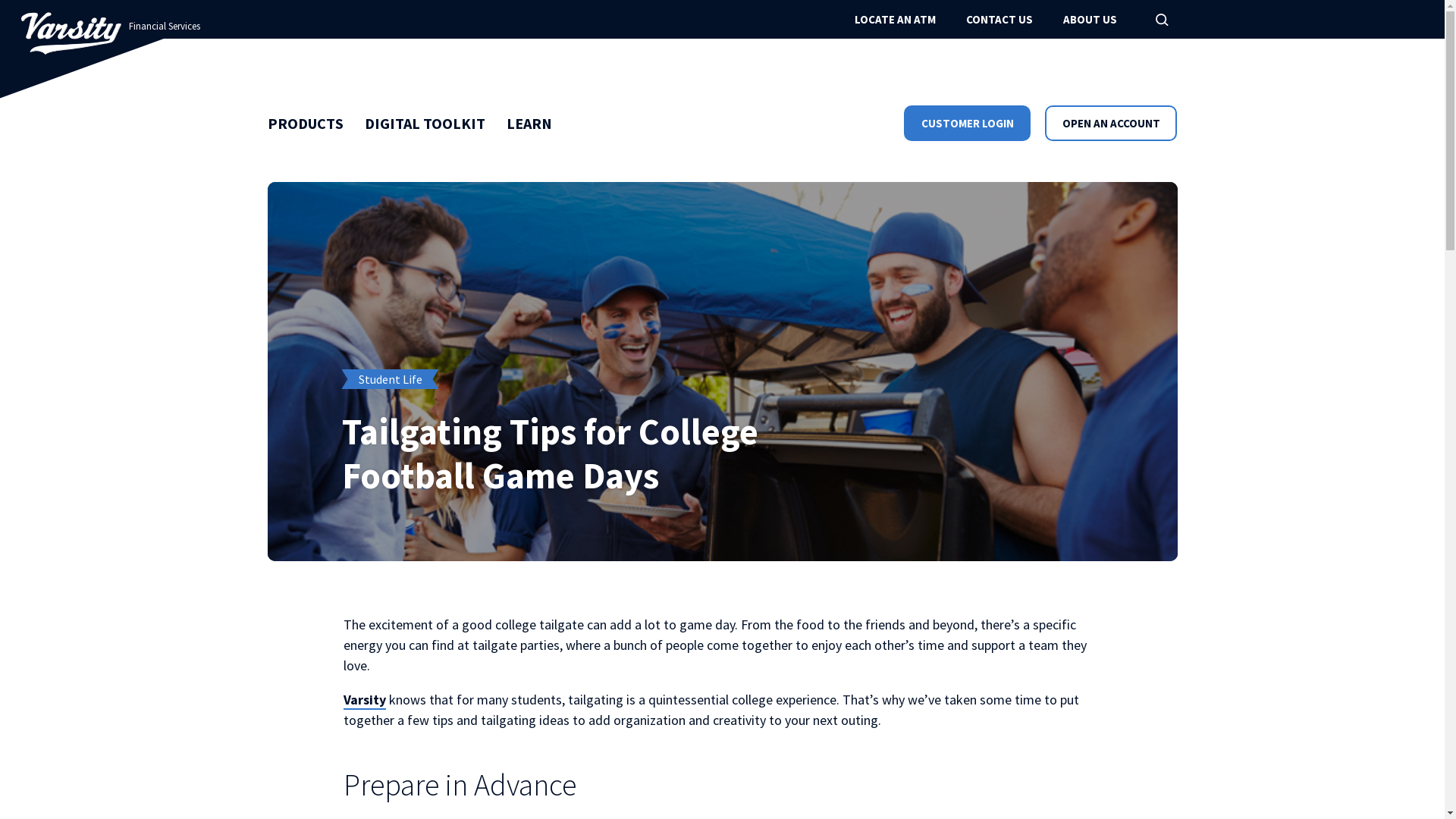  What do you see at coordinates (71, 33) in the screenshot?
I see `'Varsity Bank` at bounding box center [71, 33].